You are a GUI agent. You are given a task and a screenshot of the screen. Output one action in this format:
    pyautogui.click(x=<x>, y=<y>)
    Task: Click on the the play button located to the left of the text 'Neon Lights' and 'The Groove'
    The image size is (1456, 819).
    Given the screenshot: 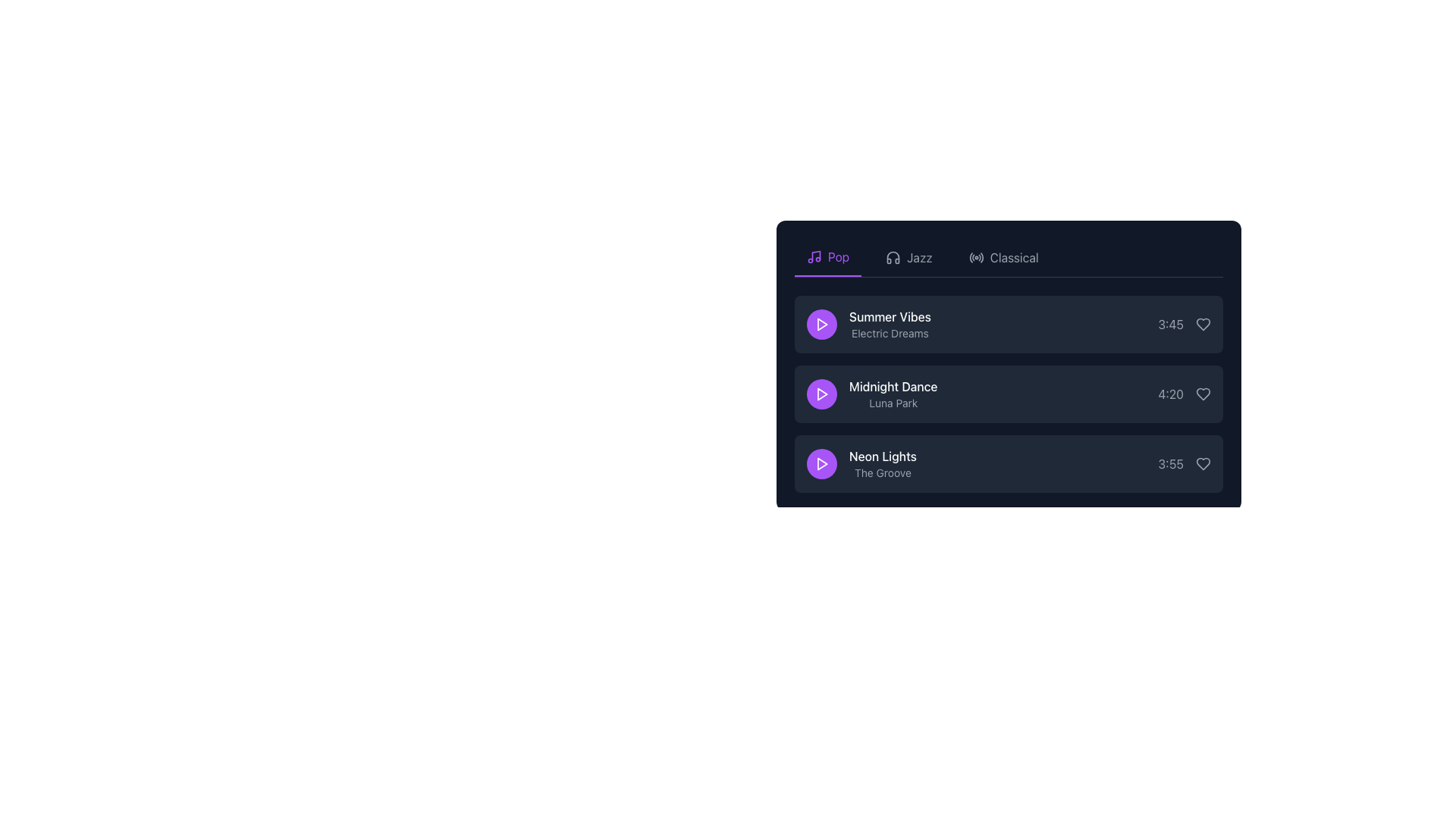 What is the action you would take?
    pyautogui.click(x=821, y=463)
    